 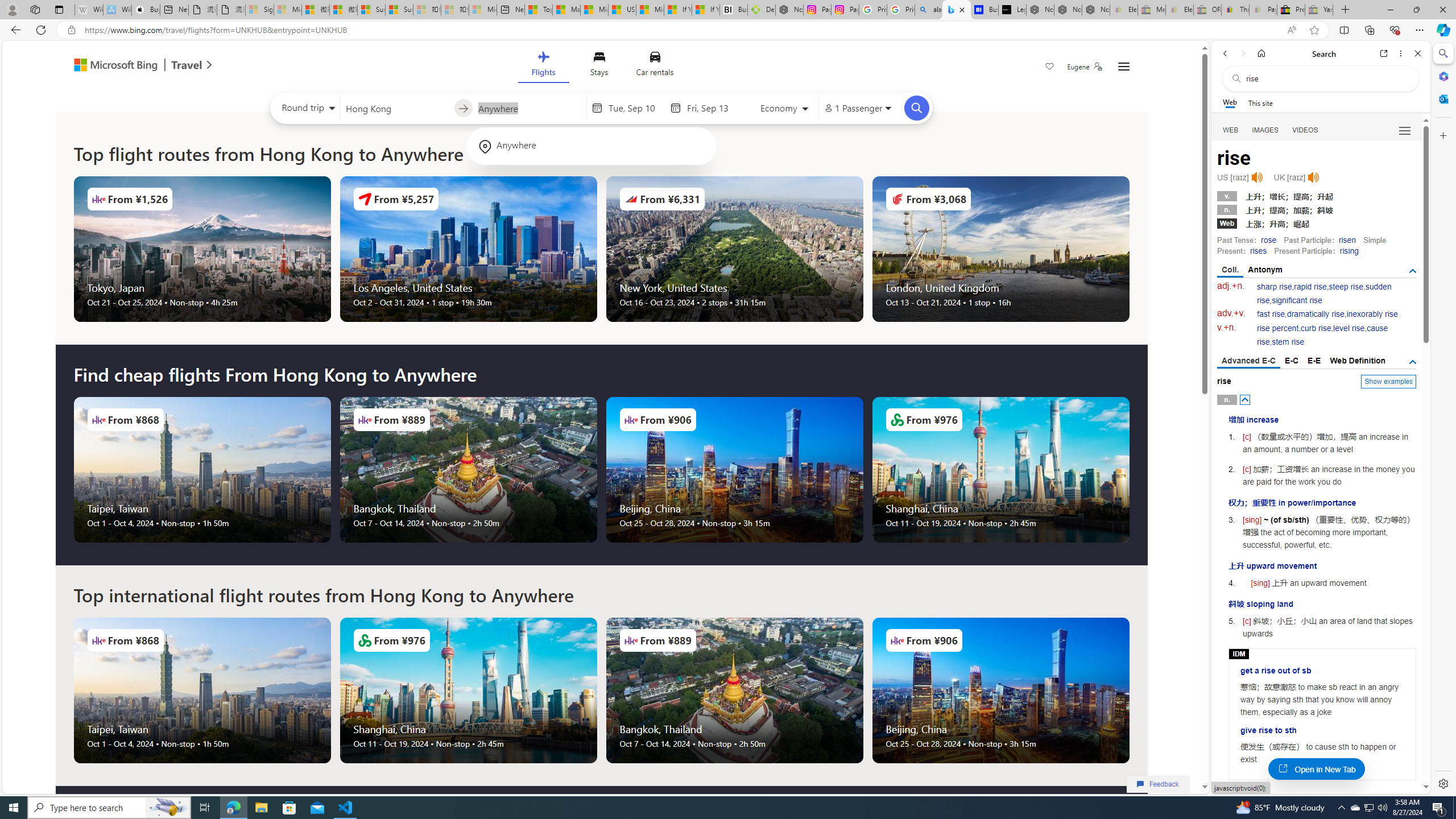 What do you see at coordinates (1270, 313) in the screenshot?
I see `'fast rise'` at bounding box center [1270, 313].